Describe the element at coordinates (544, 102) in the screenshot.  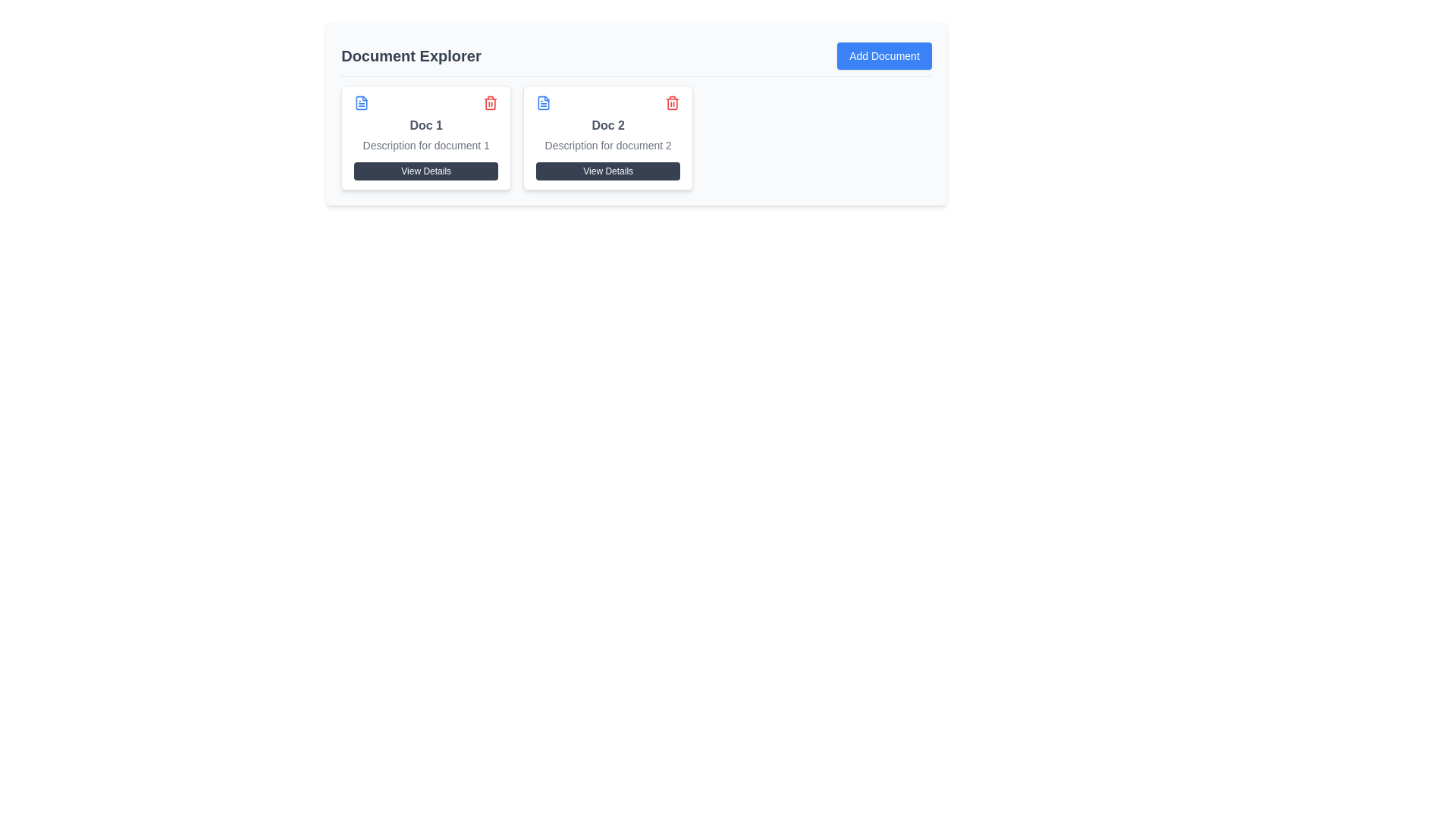
I see `the blue file icon representing the second document ('Doc 2') in the Document Explorer` at that location.